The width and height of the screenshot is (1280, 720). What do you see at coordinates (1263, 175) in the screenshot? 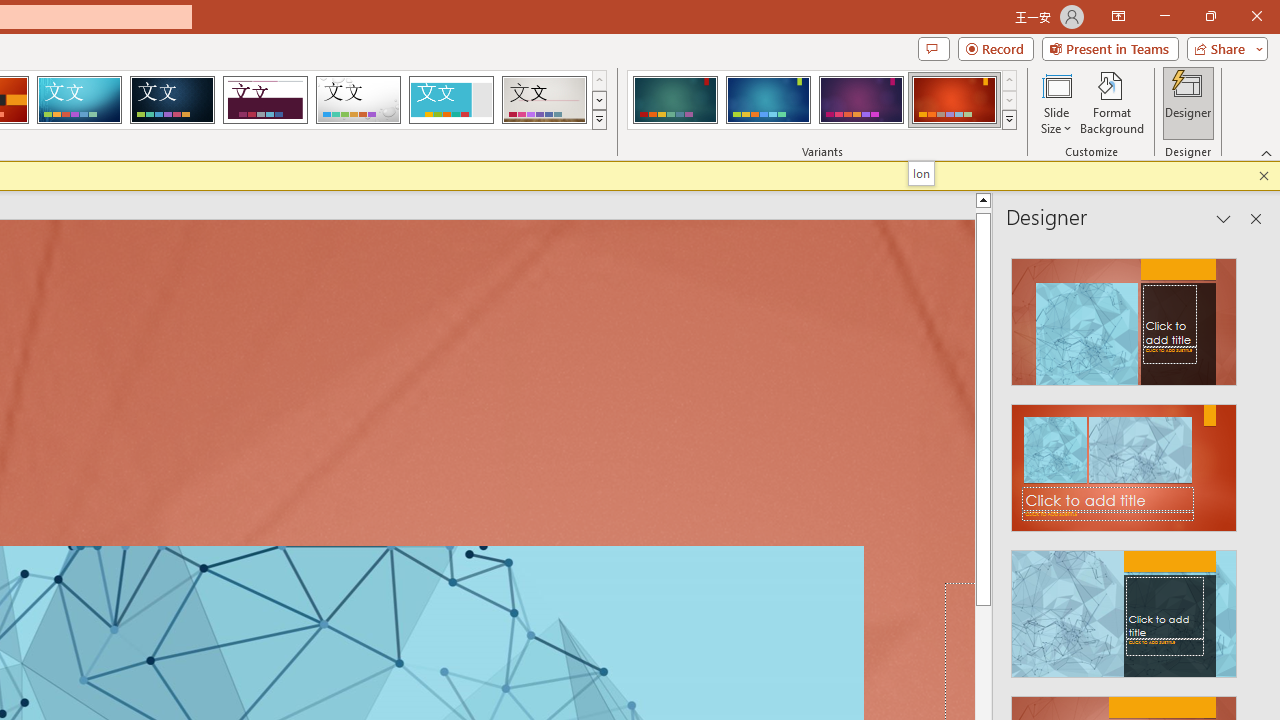
I see `'Close this message'` at bounding box center [1263, 175].